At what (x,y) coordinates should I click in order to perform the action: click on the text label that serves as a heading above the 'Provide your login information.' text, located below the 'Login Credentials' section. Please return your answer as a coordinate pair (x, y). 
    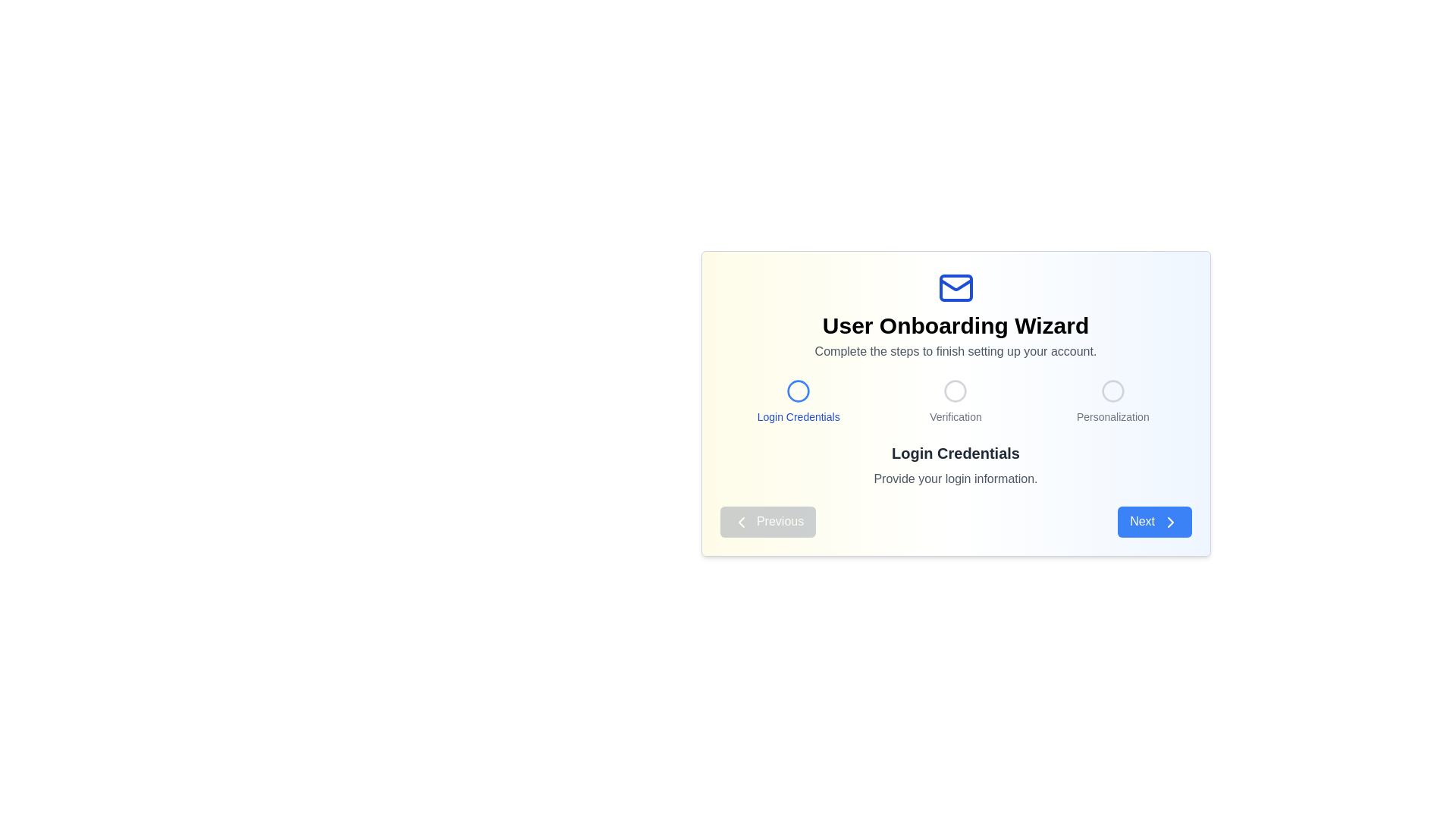
    Looking at the image, I should click on (955, 452).